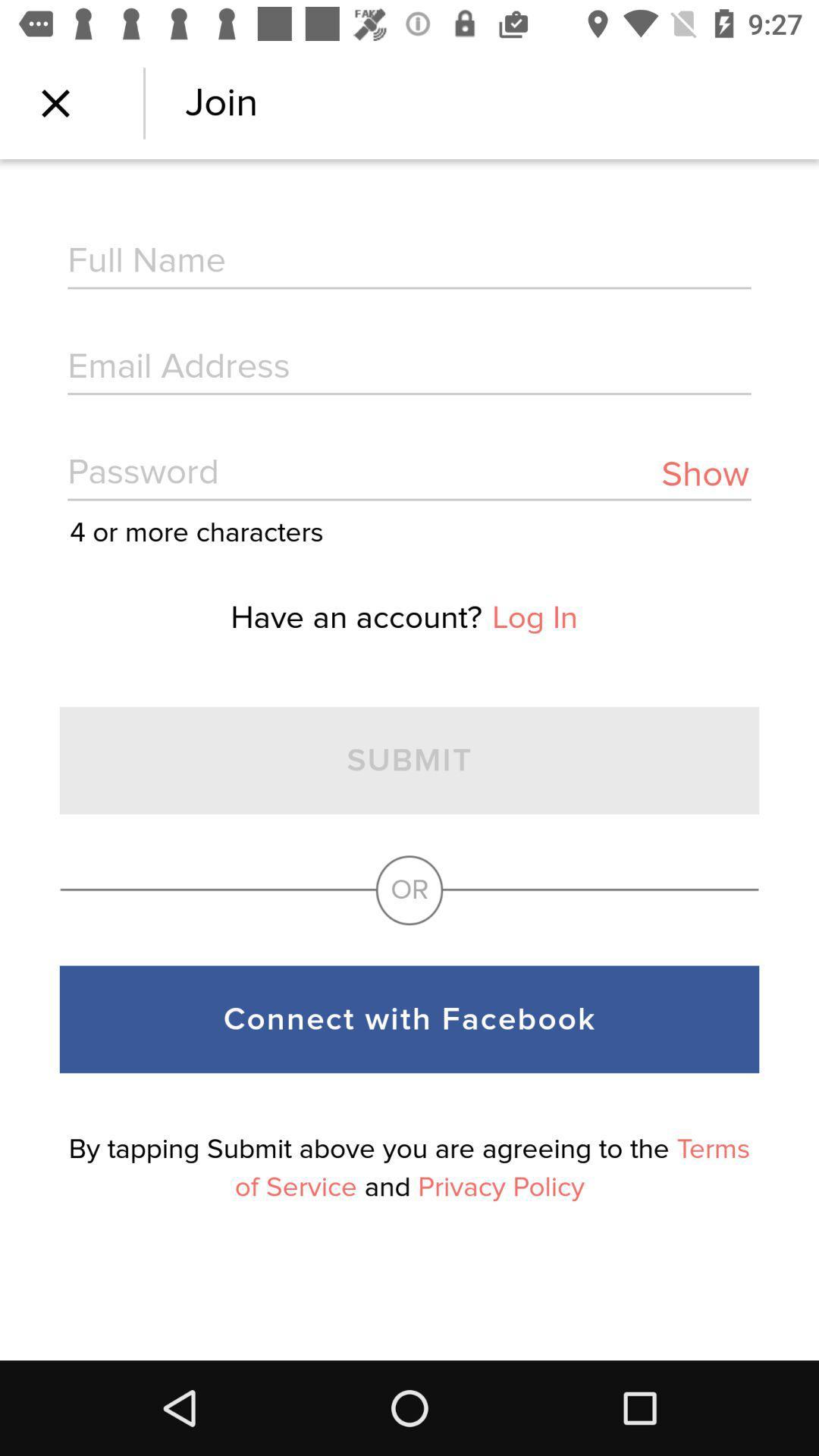 The width and height of the screenshot is (819, 1456). Describe the element at coordinates (55, 102) in the screenshot. I see `close` at that location.